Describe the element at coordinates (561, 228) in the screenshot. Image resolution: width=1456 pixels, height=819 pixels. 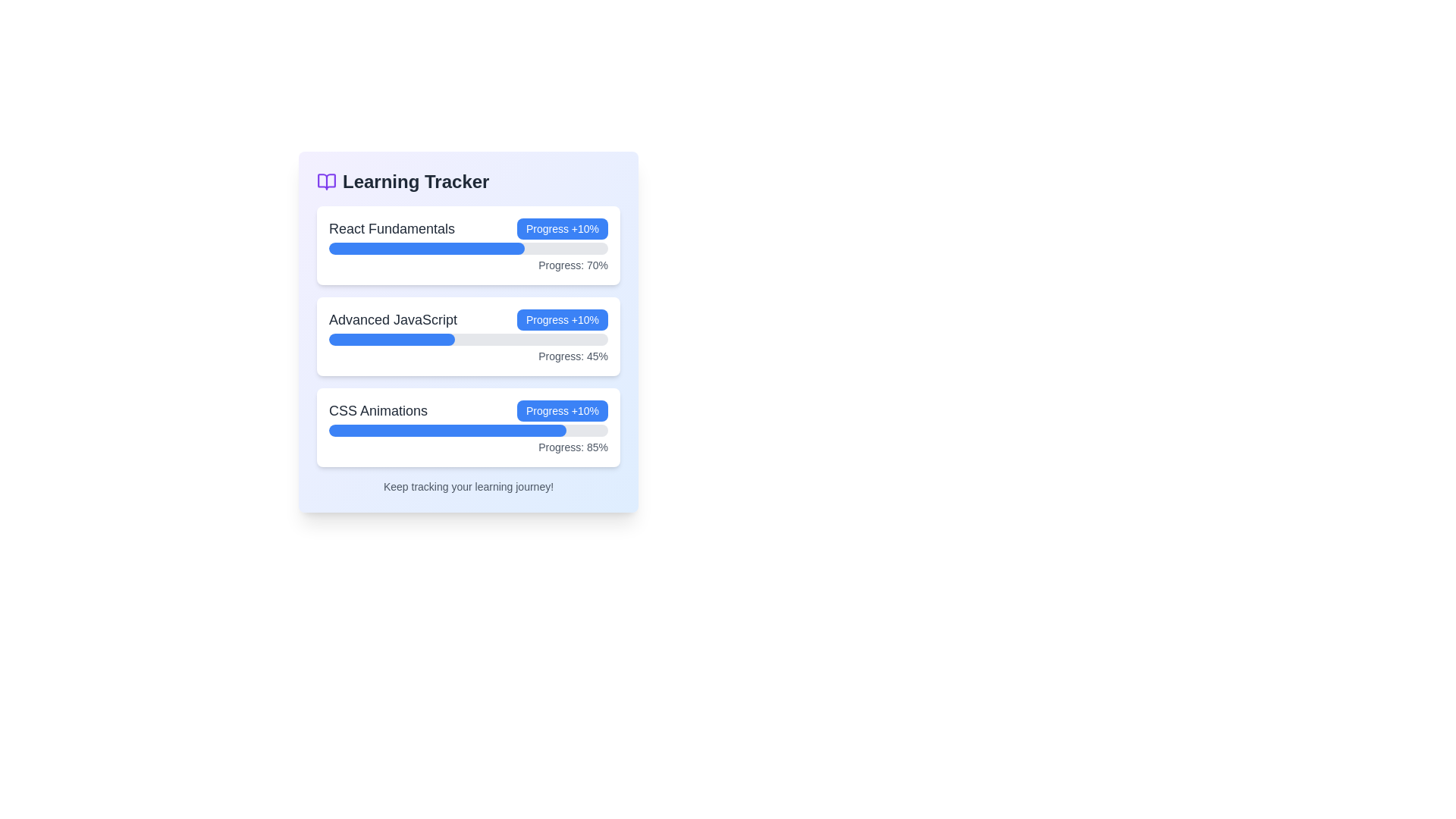
I see `the button labeled 'Progress +10%'` at that location.